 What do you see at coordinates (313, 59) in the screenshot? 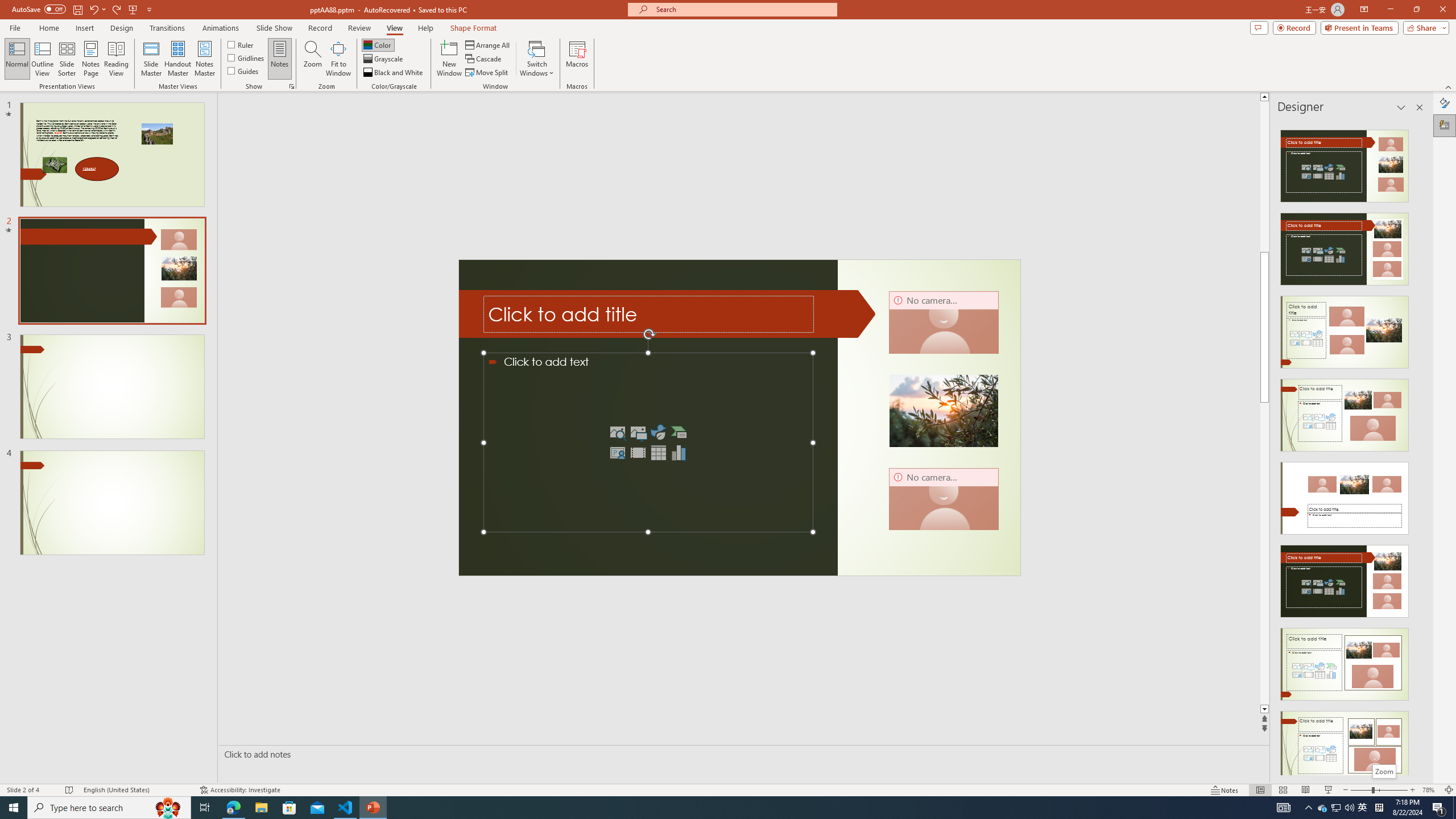
I see `'Zoom...'` at bounding box center [313, 59].